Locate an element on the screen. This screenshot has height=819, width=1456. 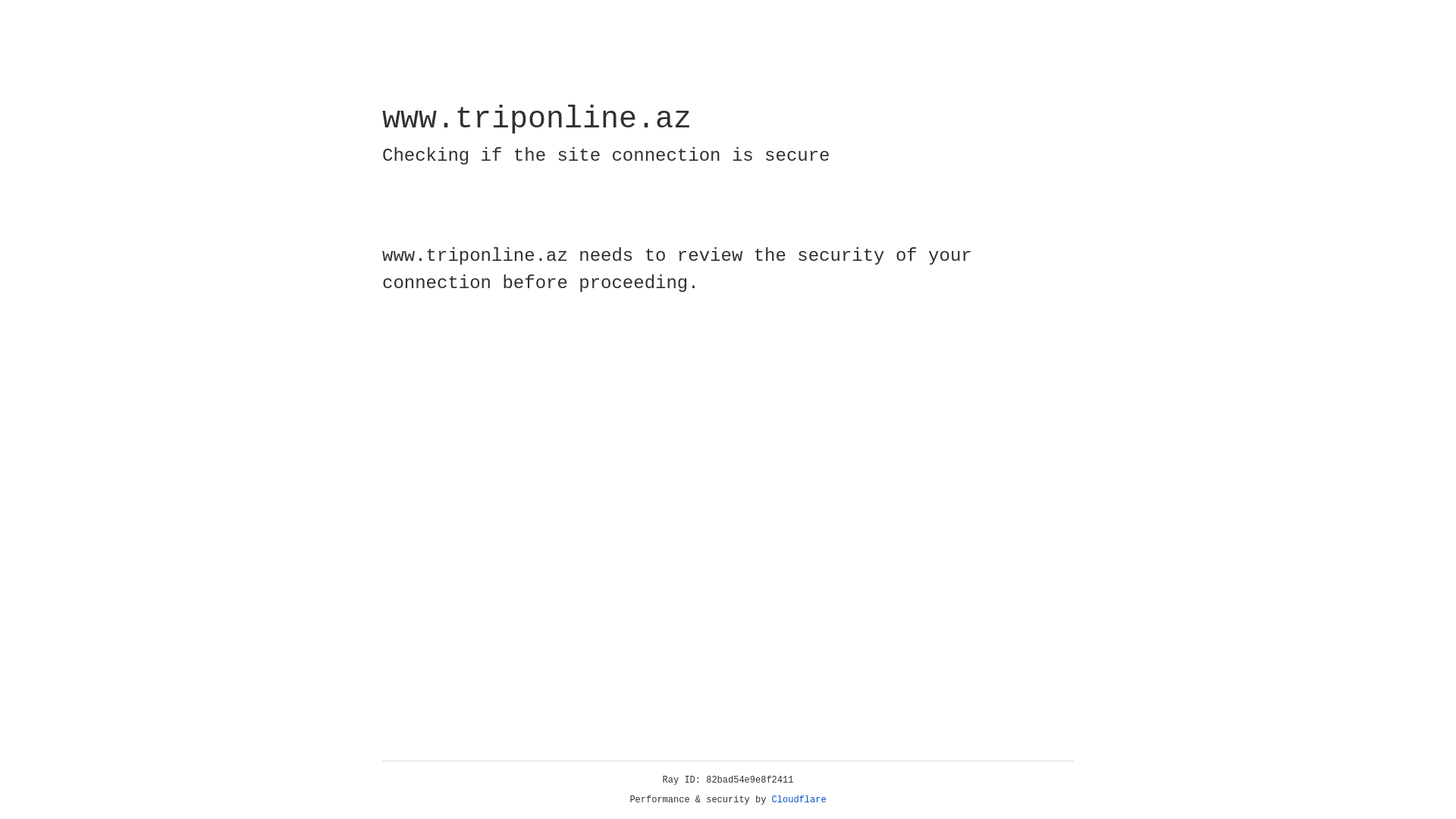
'Cloudflare' is located at coordinates (771, 799).